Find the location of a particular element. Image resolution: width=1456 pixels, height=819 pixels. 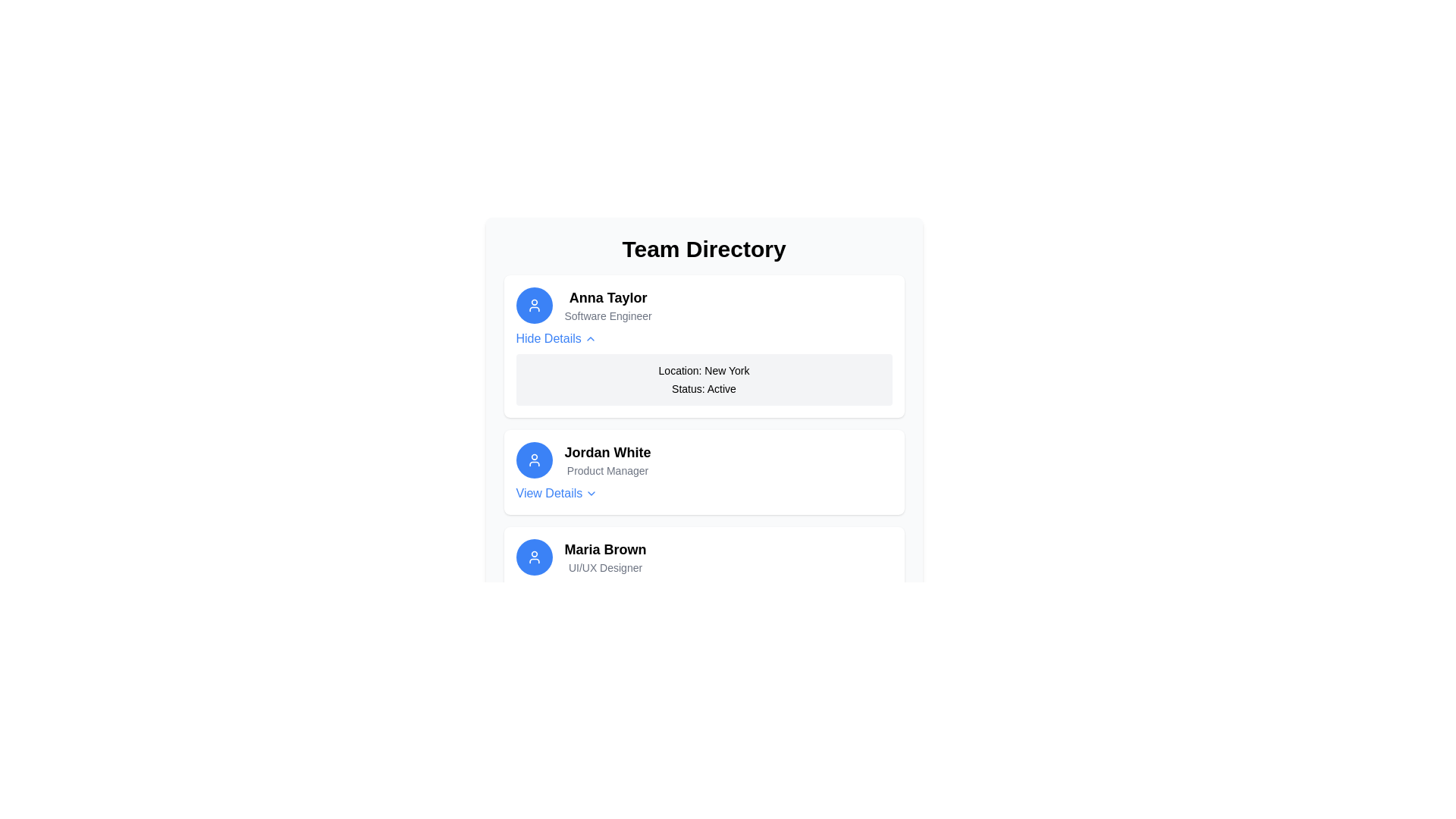

the Profile Card for 'Jordan White', which is the second card under the 'Team Directory', featuring a blue 'View Details' link at the bottom is located at coordinates (703, 472).